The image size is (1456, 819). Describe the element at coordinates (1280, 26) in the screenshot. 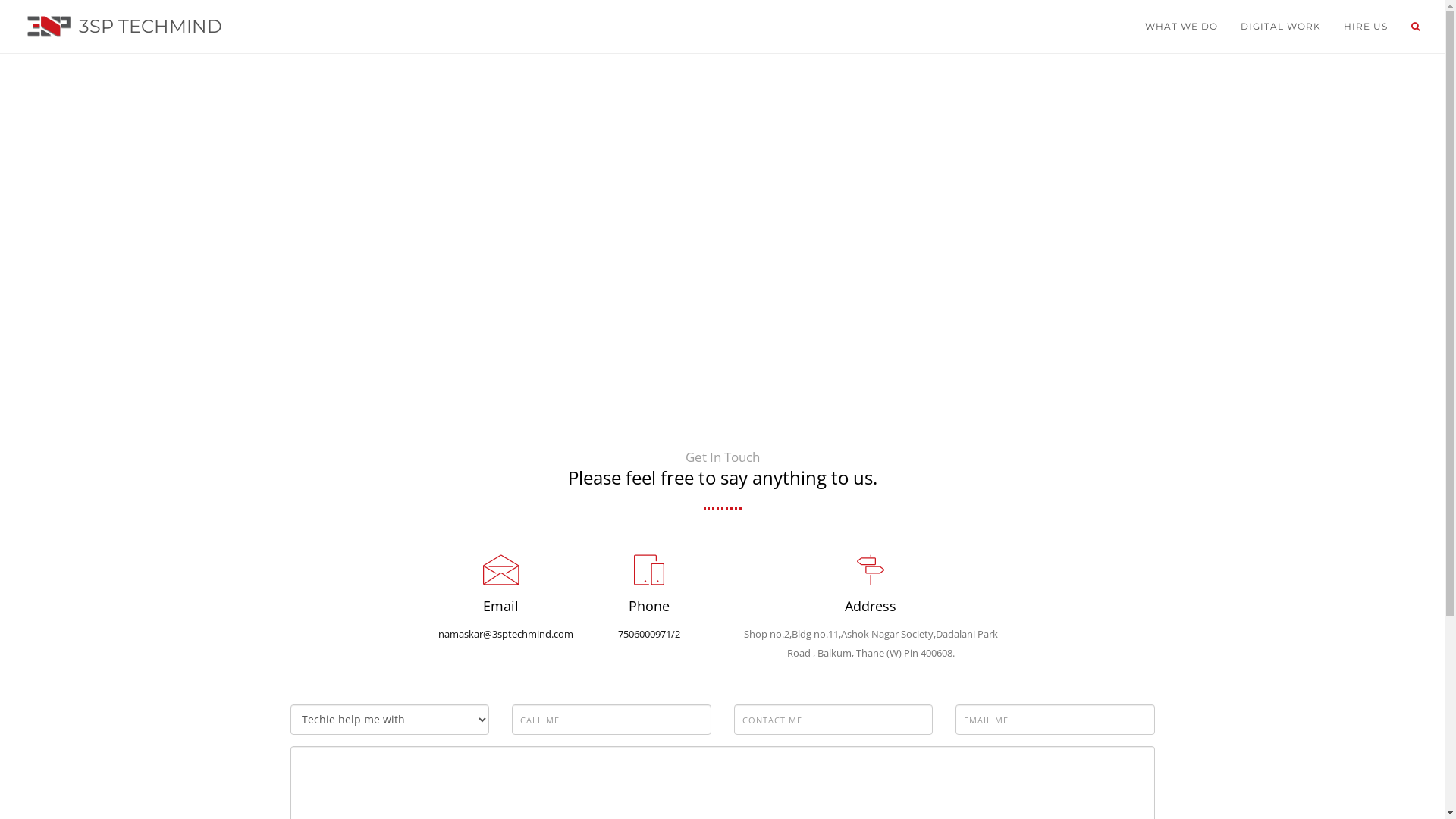

I see `'DIGITAL WORK'` at that location.